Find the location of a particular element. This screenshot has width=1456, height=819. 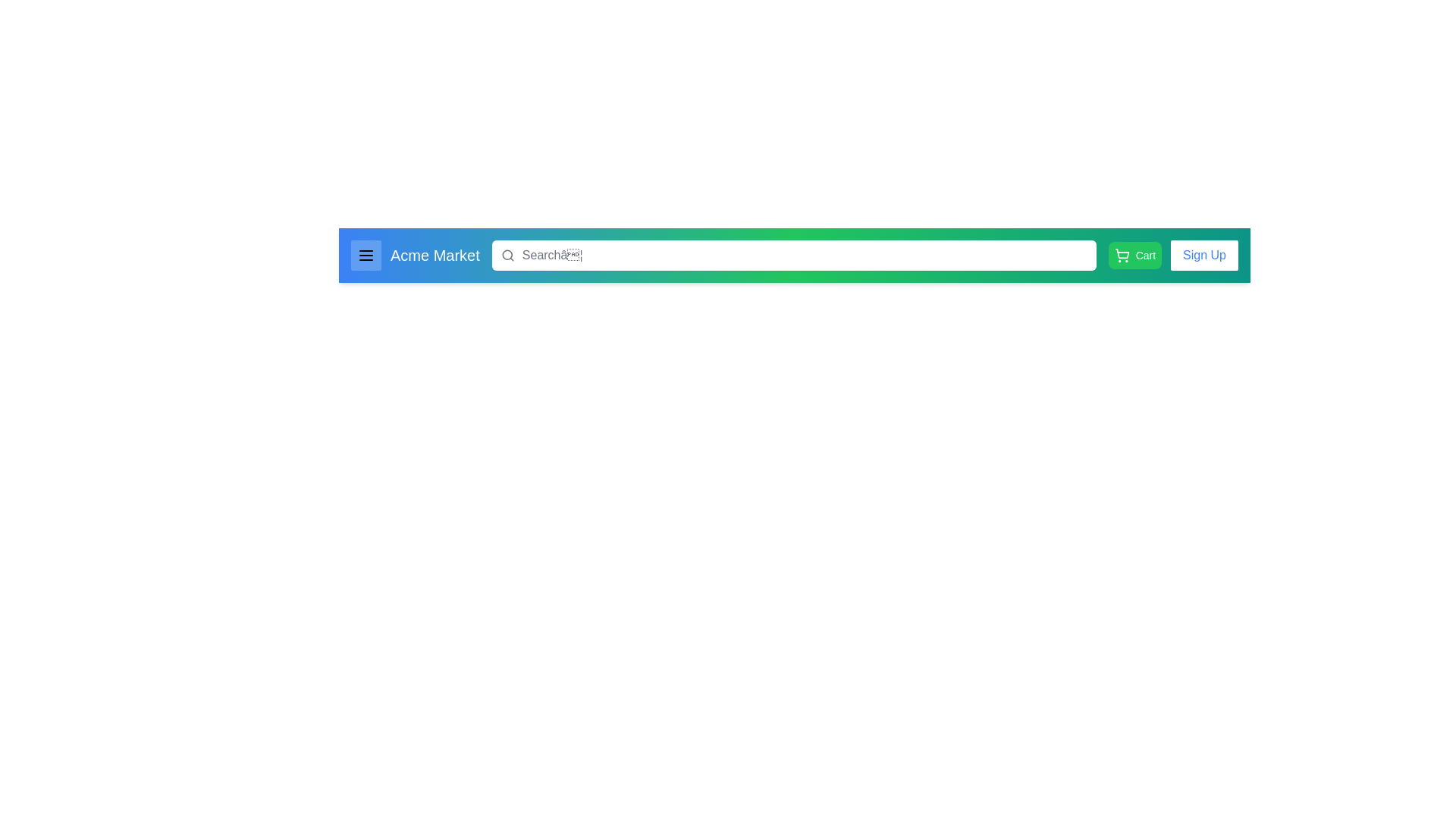

the menu button to open the navigation menu is located at coordinates (366, 254).